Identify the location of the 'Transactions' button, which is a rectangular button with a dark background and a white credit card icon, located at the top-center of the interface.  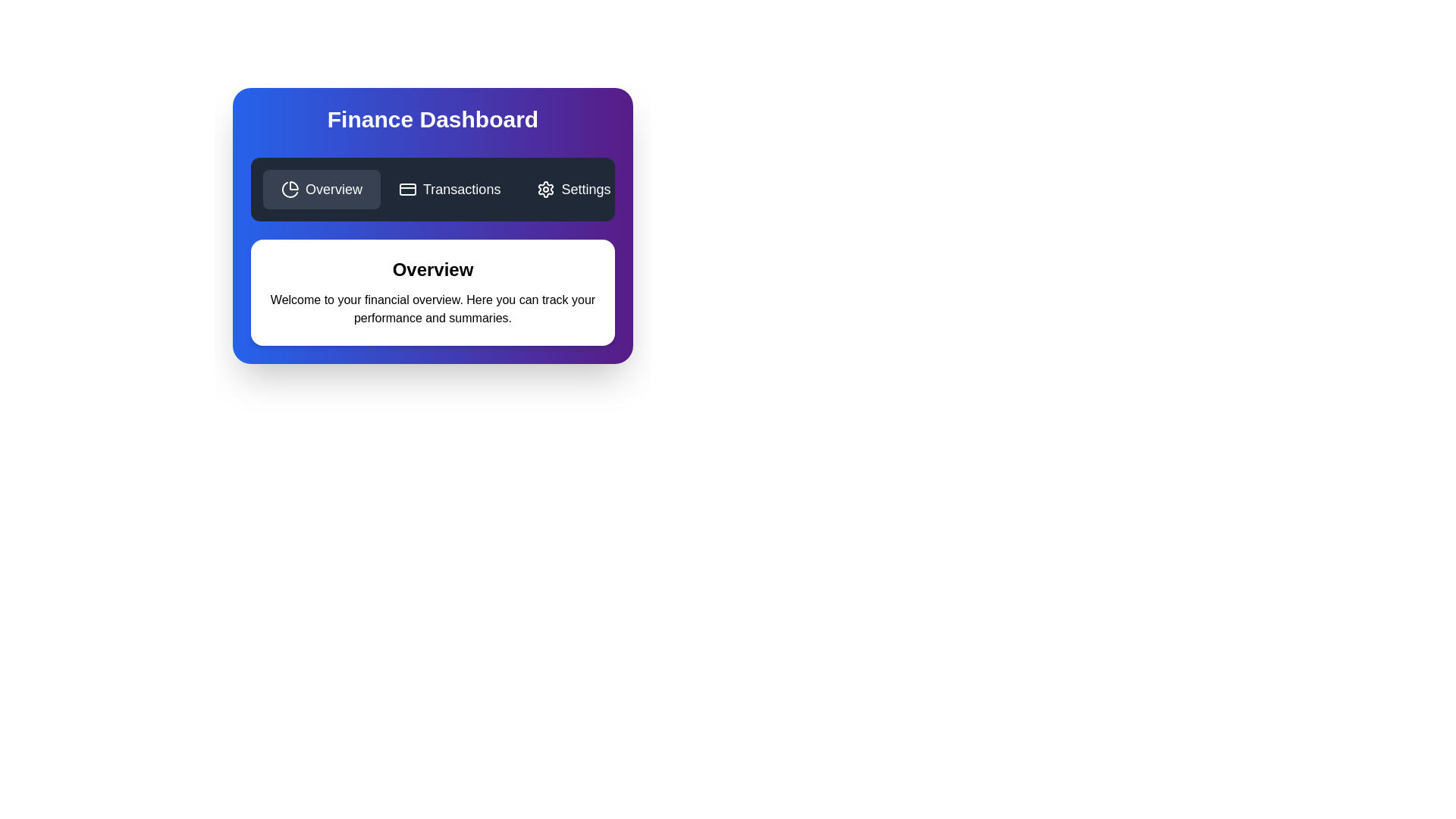
(449, 189).